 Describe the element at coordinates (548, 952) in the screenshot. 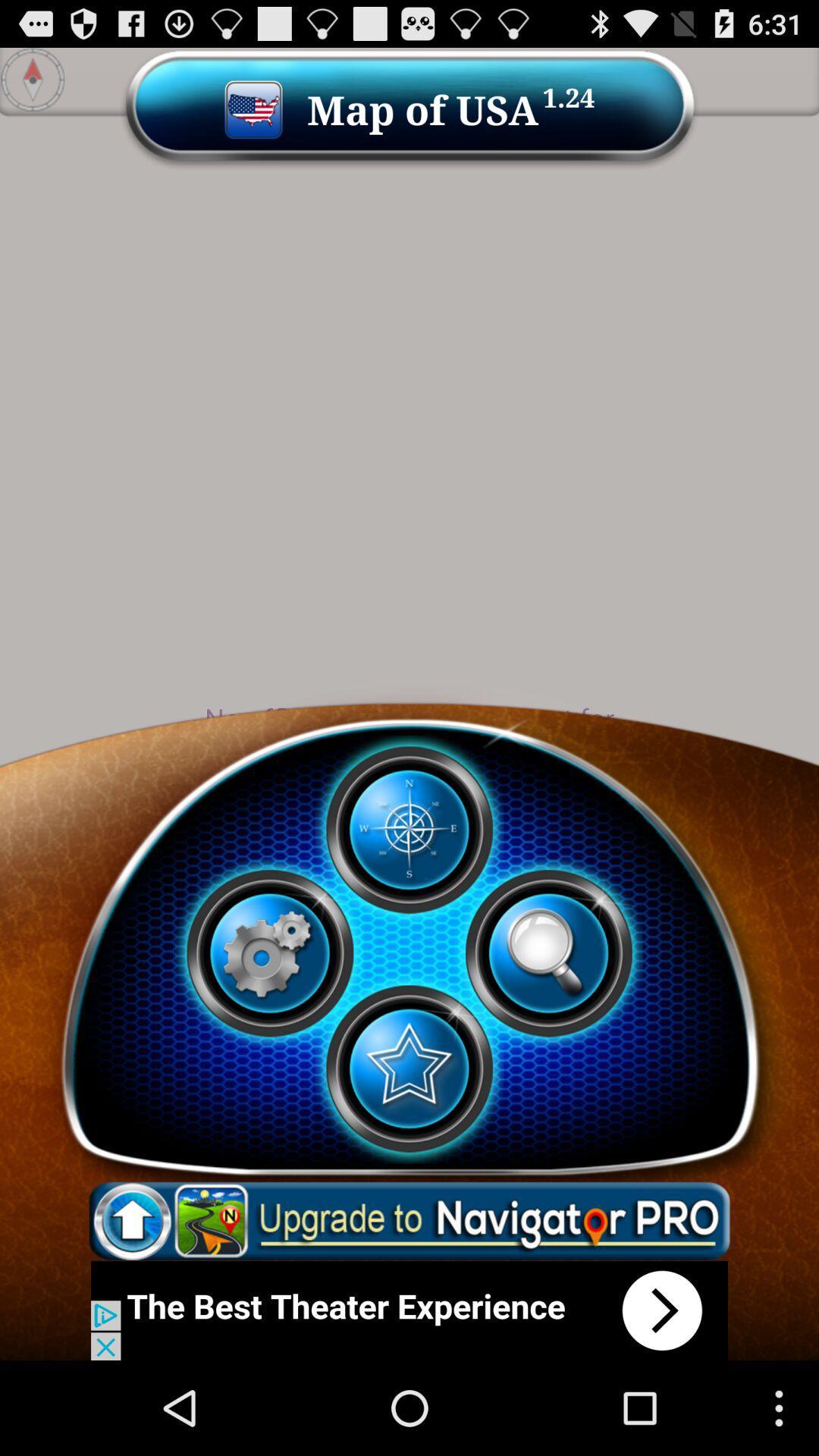

I see `search map` at that location.